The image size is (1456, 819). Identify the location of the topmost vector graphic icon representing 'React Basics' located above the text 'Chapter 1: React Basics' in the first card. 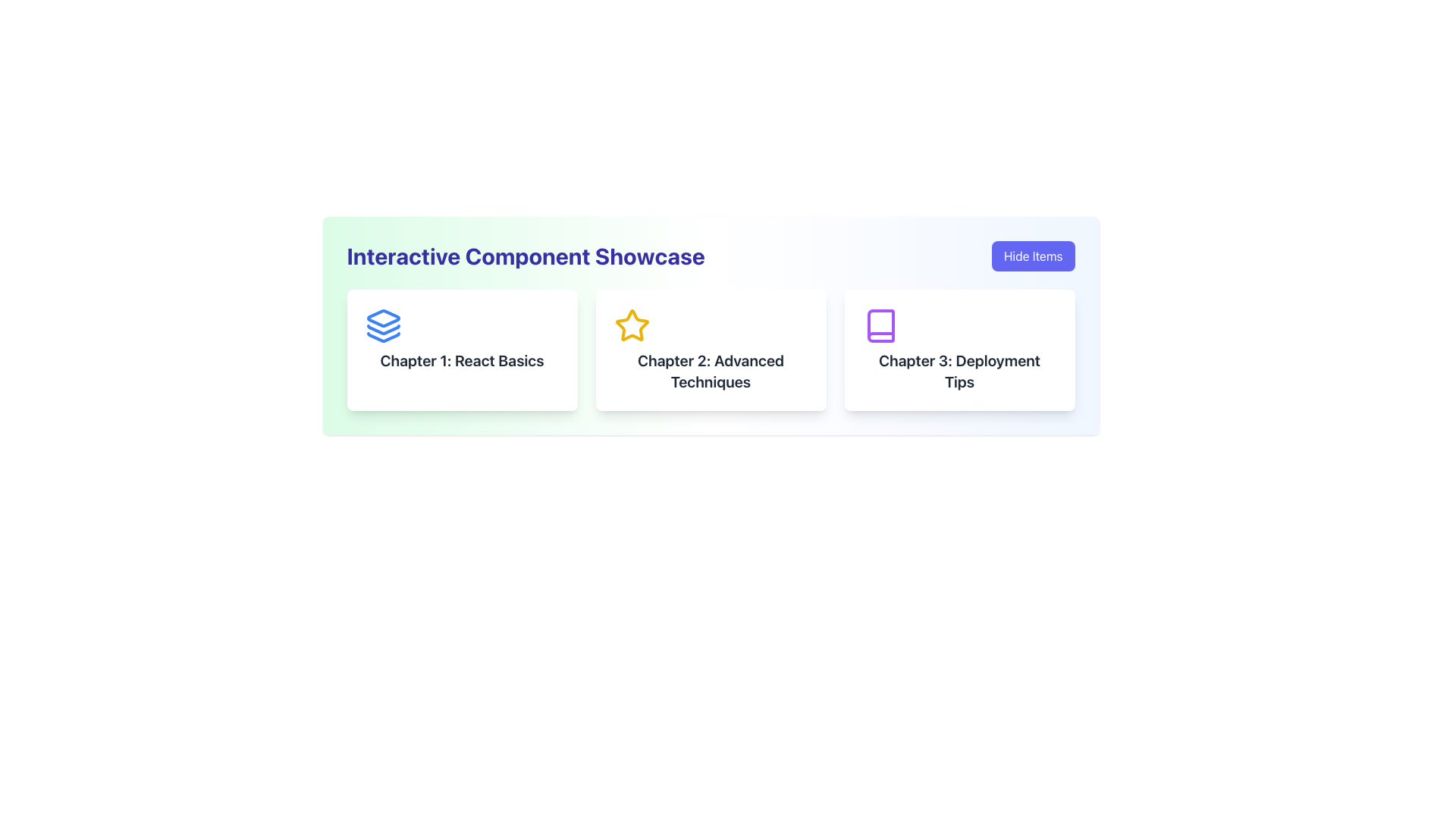
(383, 318).